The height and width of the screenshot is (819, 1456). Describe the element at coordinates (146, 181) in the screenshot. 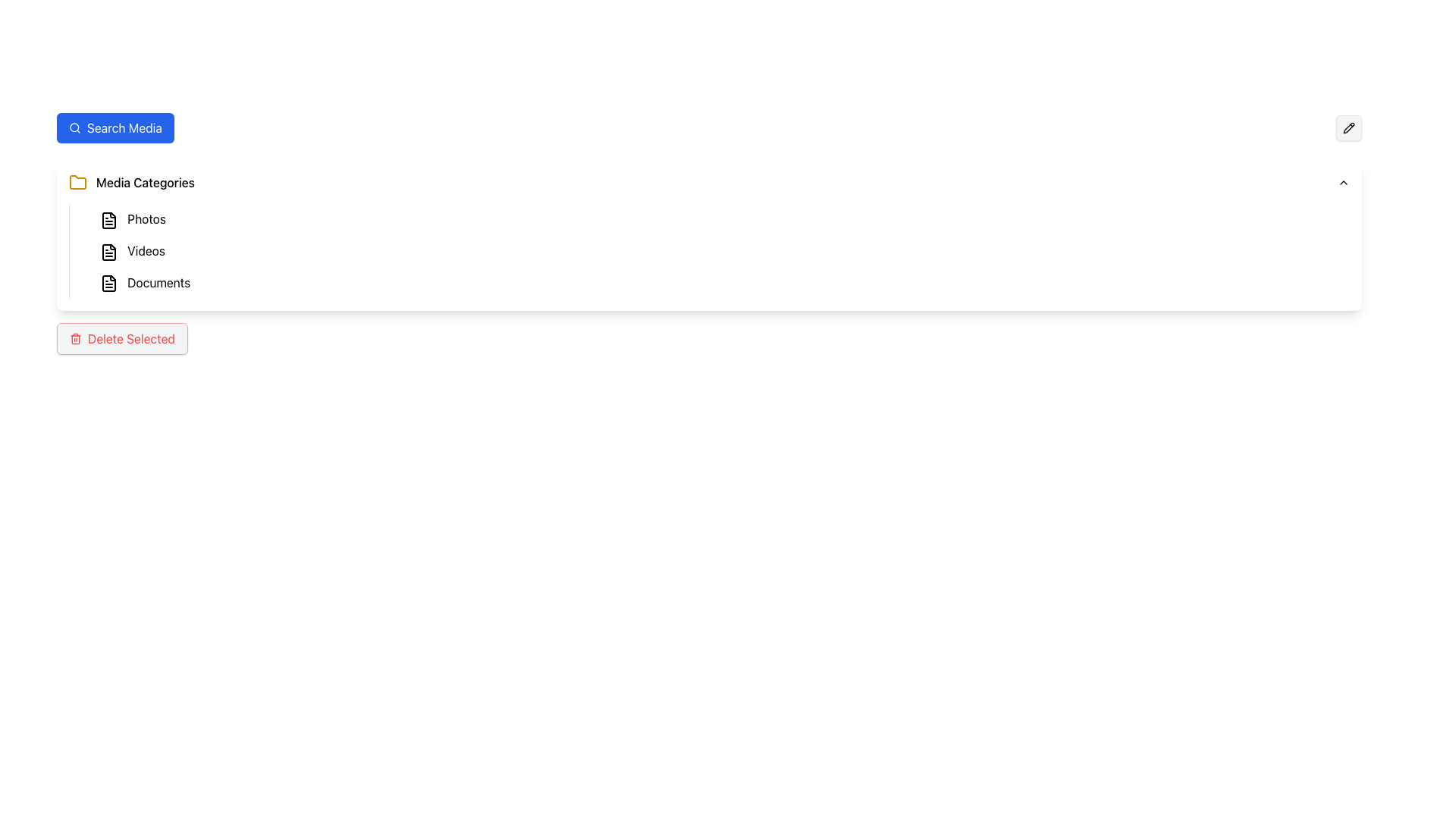

I see `the 'Media Categories' label, which is located beneath the 'Search Media' button and to the right of a yellow folder icon, to help users identify the context of the associated items` at that location.